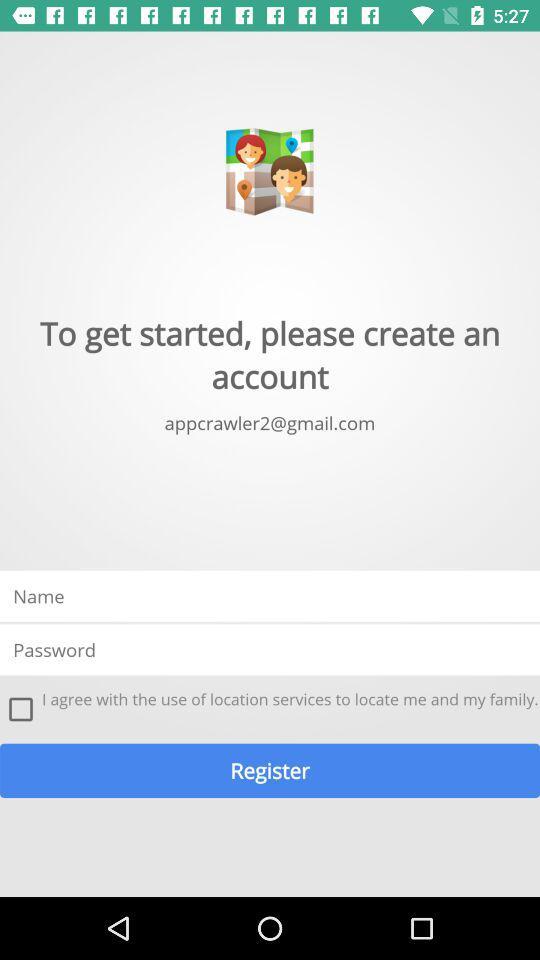 The image size is (540, 960). I want to click on name, so click(270, 596).